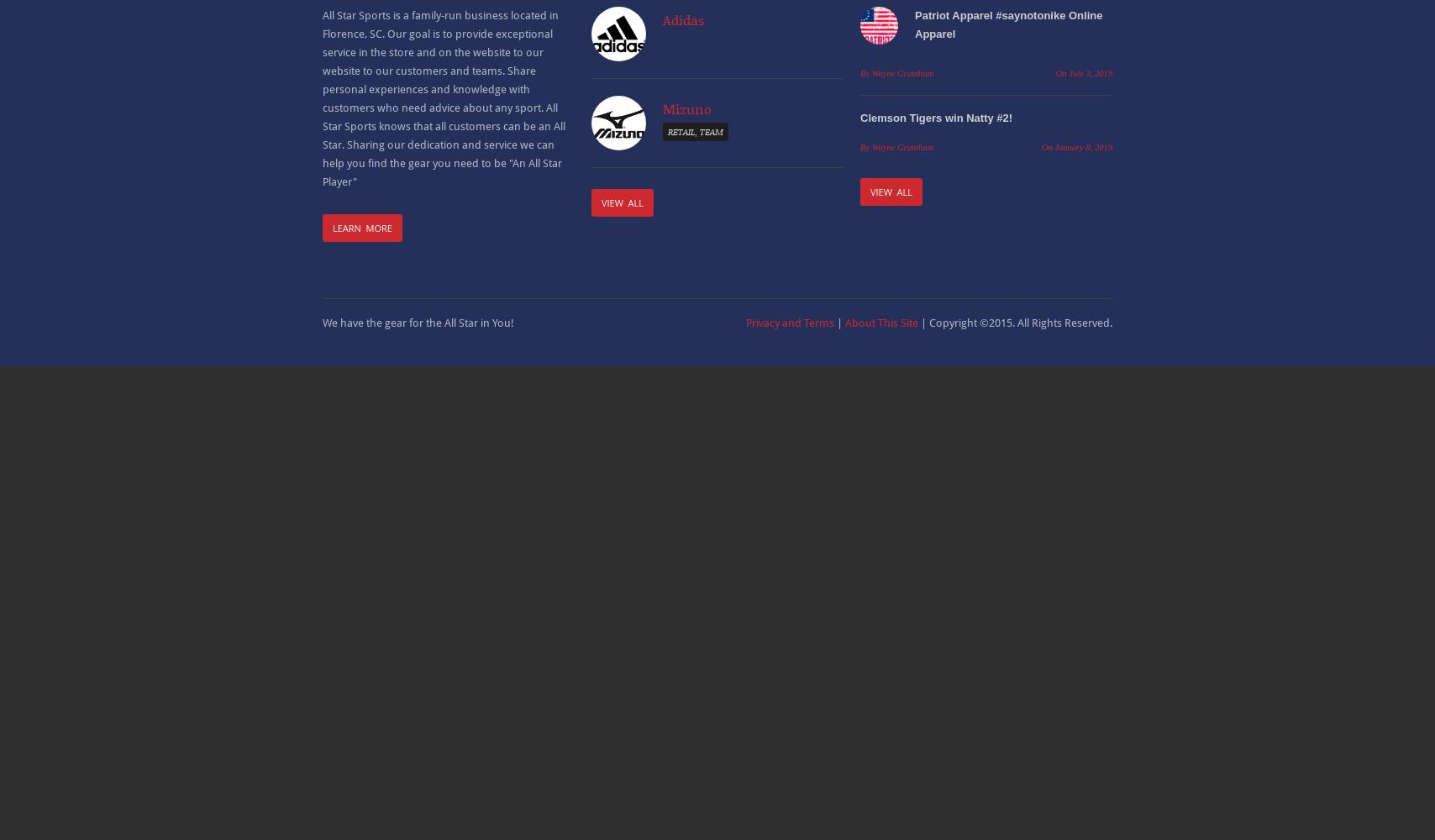  What do you see at coordinates (1082, 146) in the screenshot?
I see `'January 8, 2019'` at bounding box center [1082, 146].